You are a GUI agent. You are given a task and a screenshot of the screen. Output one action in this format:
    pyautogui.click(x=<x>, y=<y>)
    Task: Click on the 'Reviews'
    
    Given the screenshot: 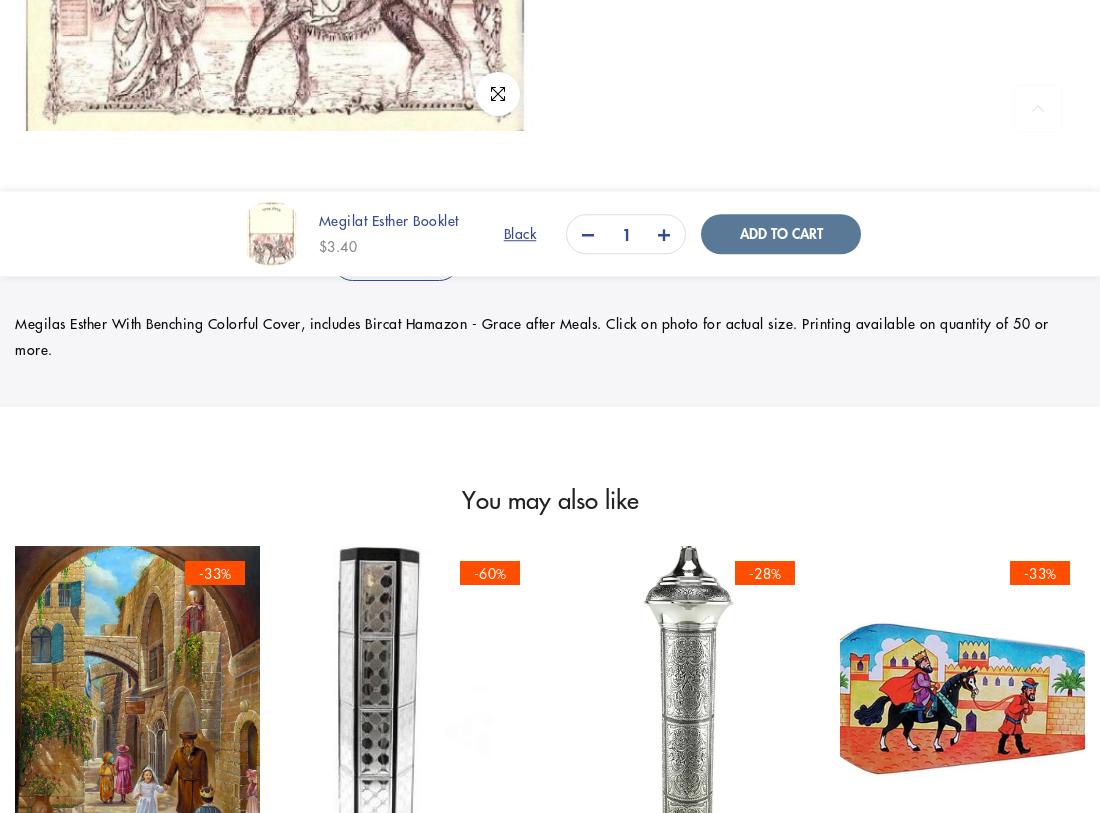 What is the action you would take?
    pyautogui.click(x=713, y=259)
    